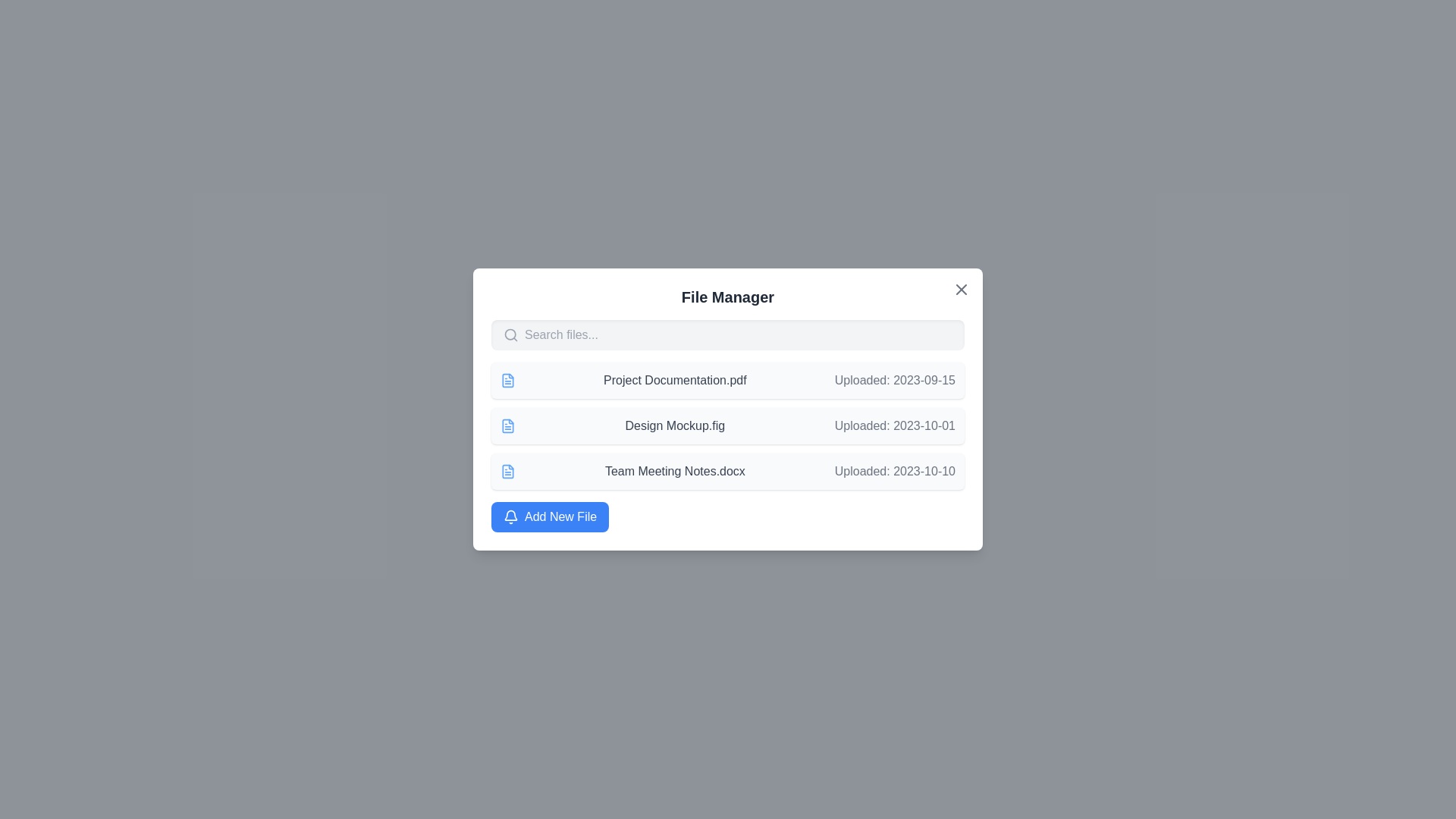 Image resolution: width=1456 pixels, height=819 pixels. What do you see at coordinates (549, 516) in the screenshot?
I see `the 'Add New File' button` at bounding box center [549, 516].